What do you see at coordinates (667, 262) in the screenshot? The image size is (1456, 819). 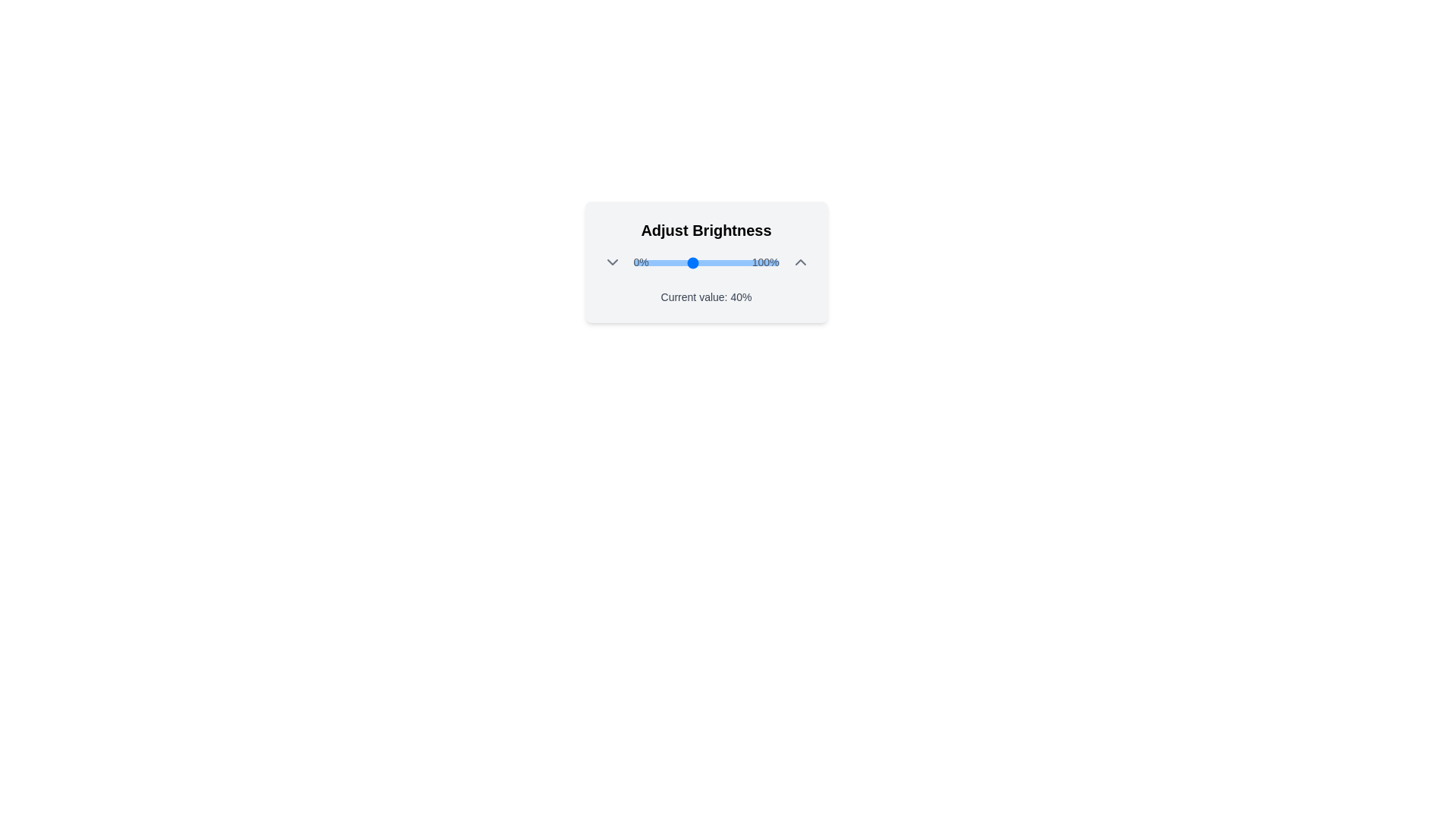 I see `brightness level` at bounding box center [667, 262].